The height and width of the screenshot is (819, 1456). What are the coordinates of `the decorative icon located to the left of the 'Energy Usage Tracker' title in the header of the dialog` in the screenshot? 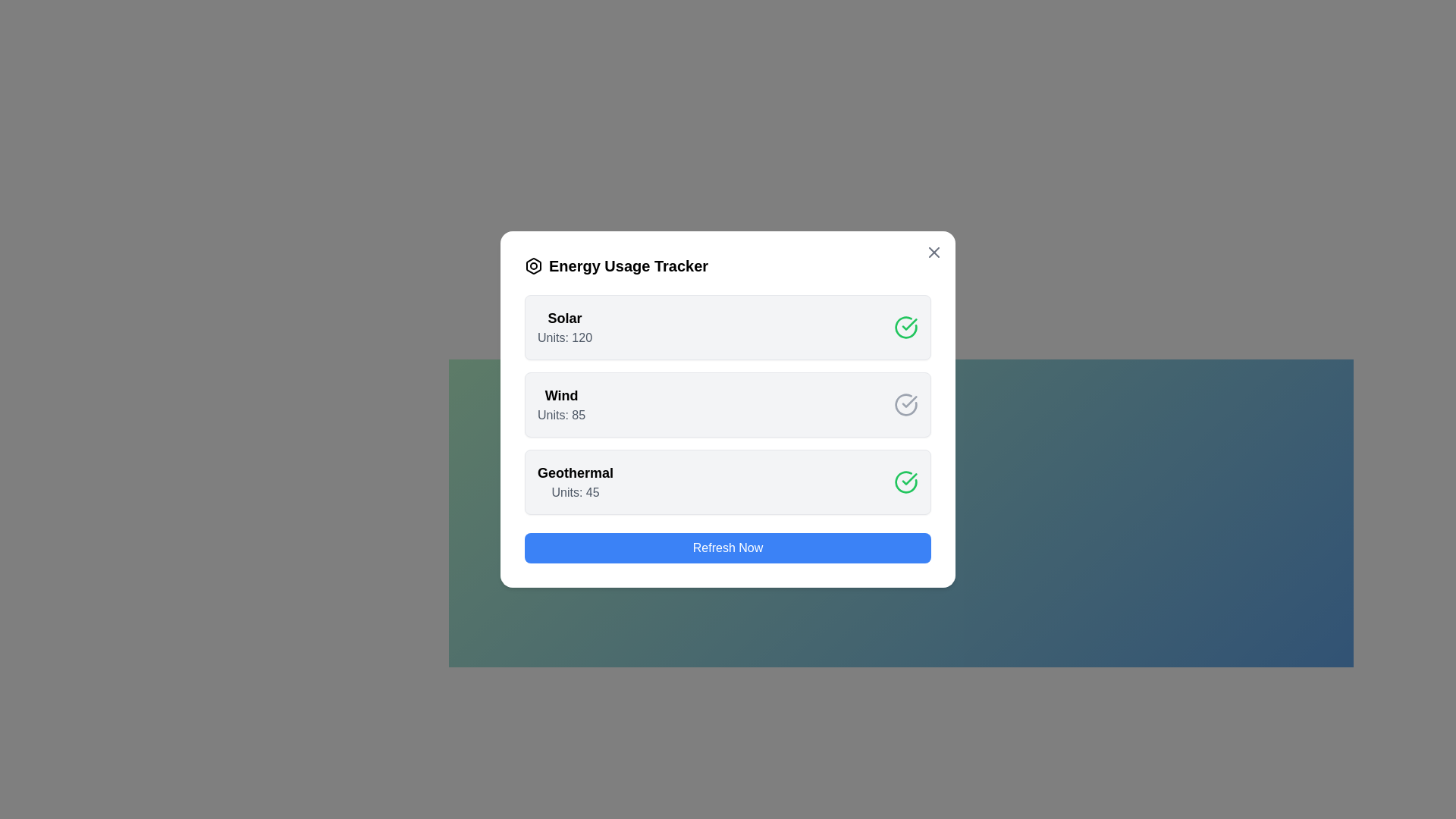 It's located at (534, 265).